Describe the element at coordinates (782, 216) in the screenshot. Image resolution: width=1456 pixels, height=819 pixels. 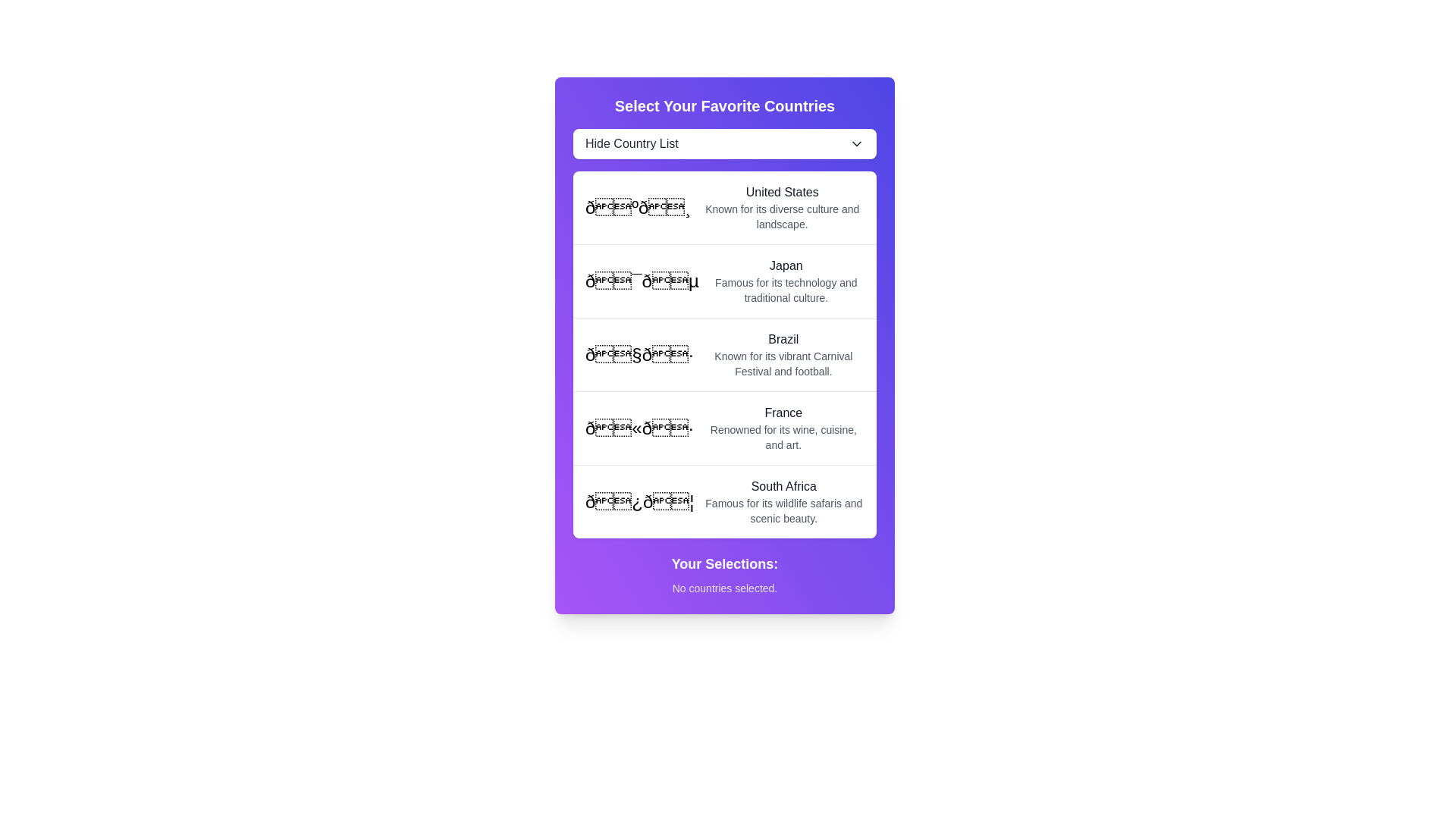
I see `the descriptive text block that provides information about 'United States', which is positioned below the title in a card-like structure` at that location.